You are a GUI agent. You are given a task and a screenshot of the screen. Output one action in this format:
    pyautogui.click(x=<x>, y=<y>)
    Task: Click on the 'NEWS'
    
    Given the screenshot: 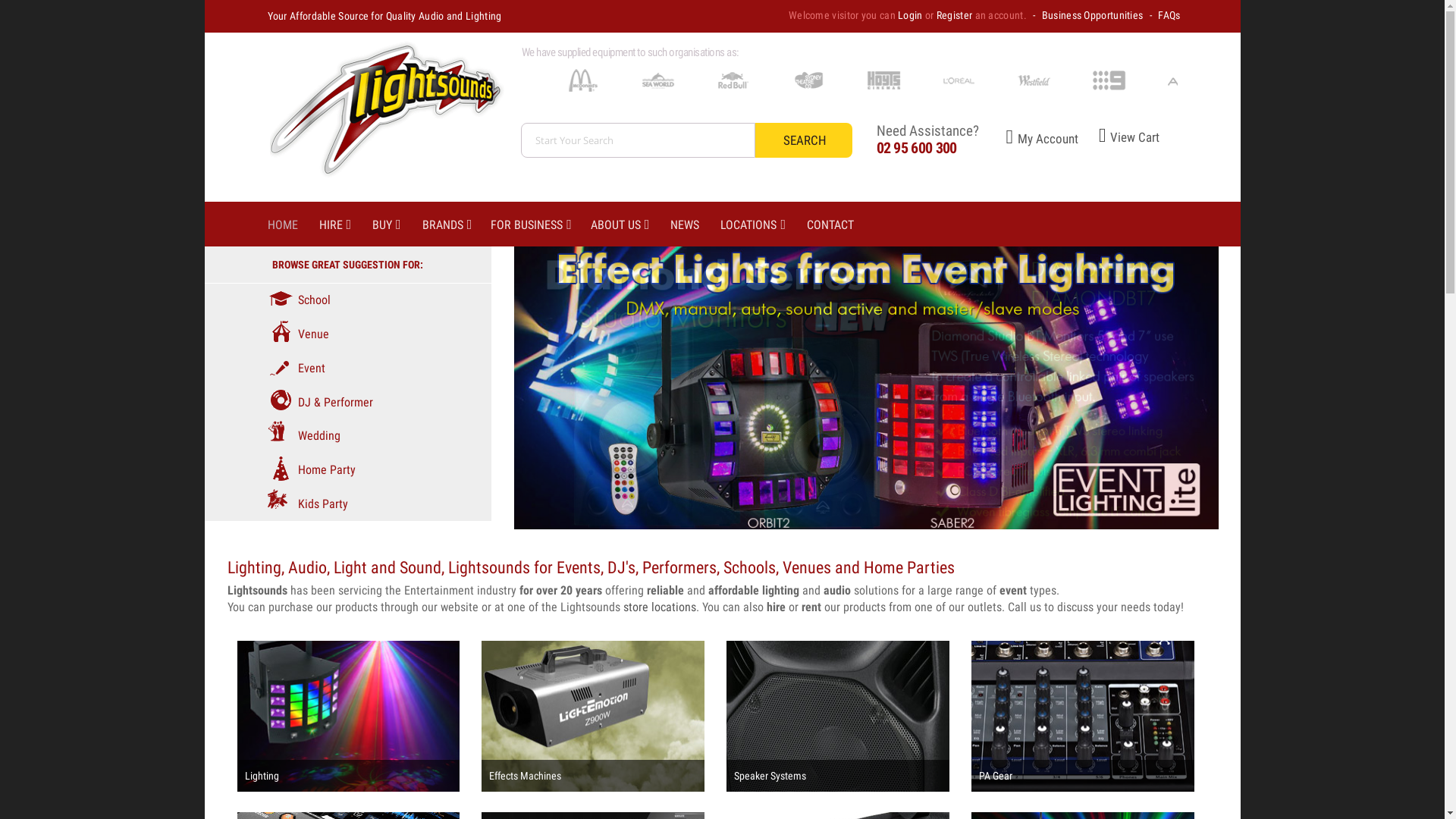 What is the action you would take?
    pyautogui.click(x=669, y=225)
    